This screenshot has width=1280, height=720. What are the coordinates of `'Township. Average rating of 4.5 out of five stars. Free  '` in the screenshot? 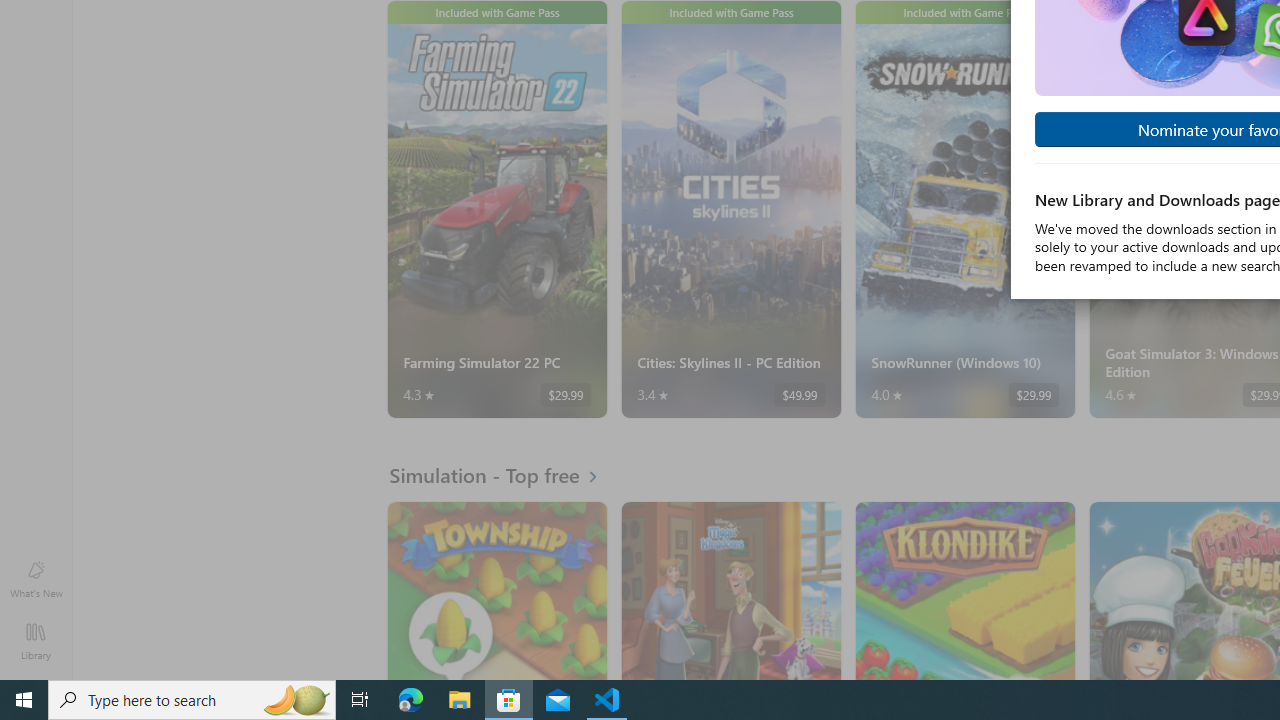 It's located at (497, 589).